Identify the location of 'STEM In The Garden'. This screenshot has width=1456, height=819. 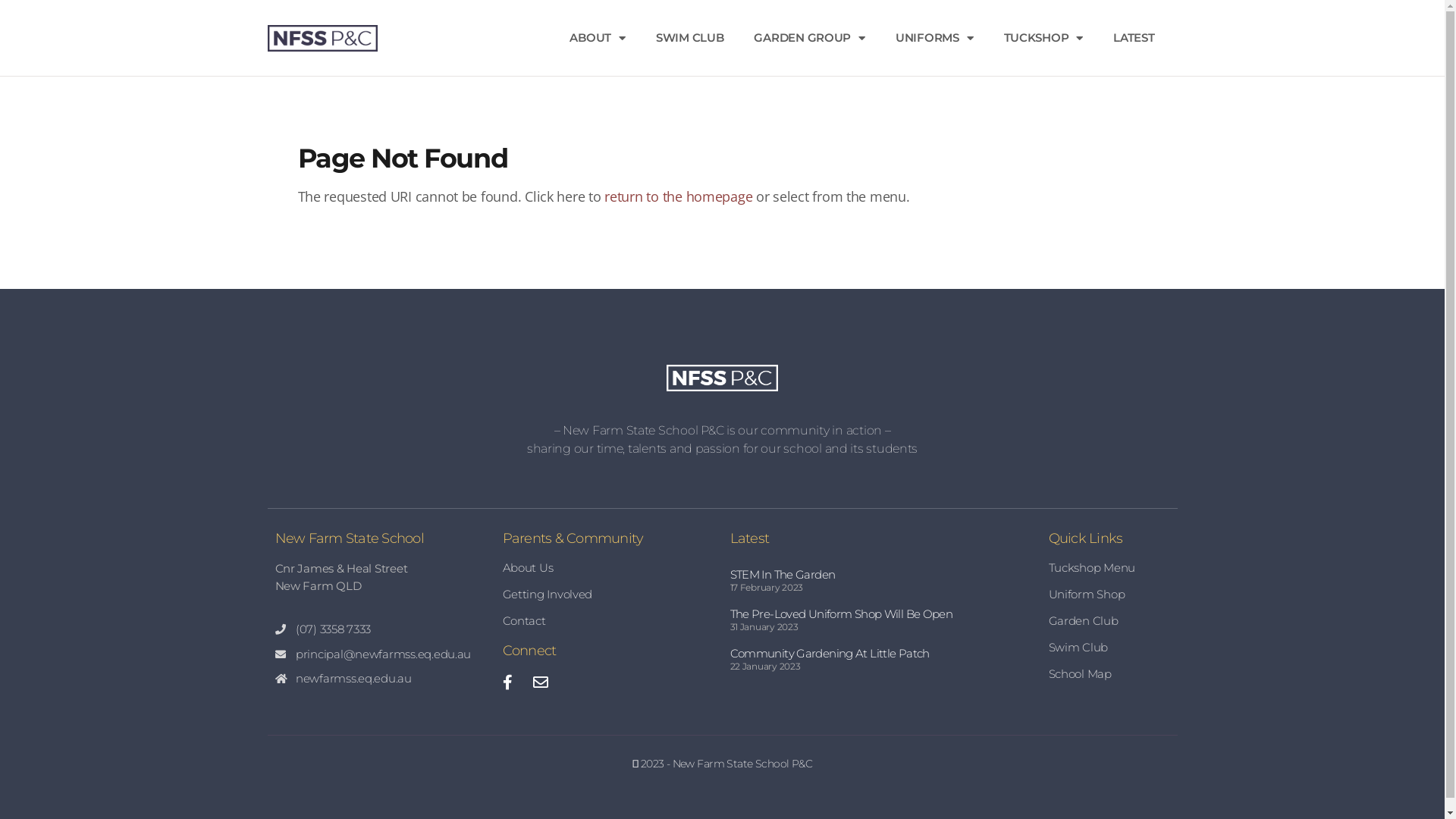
(782, 574).